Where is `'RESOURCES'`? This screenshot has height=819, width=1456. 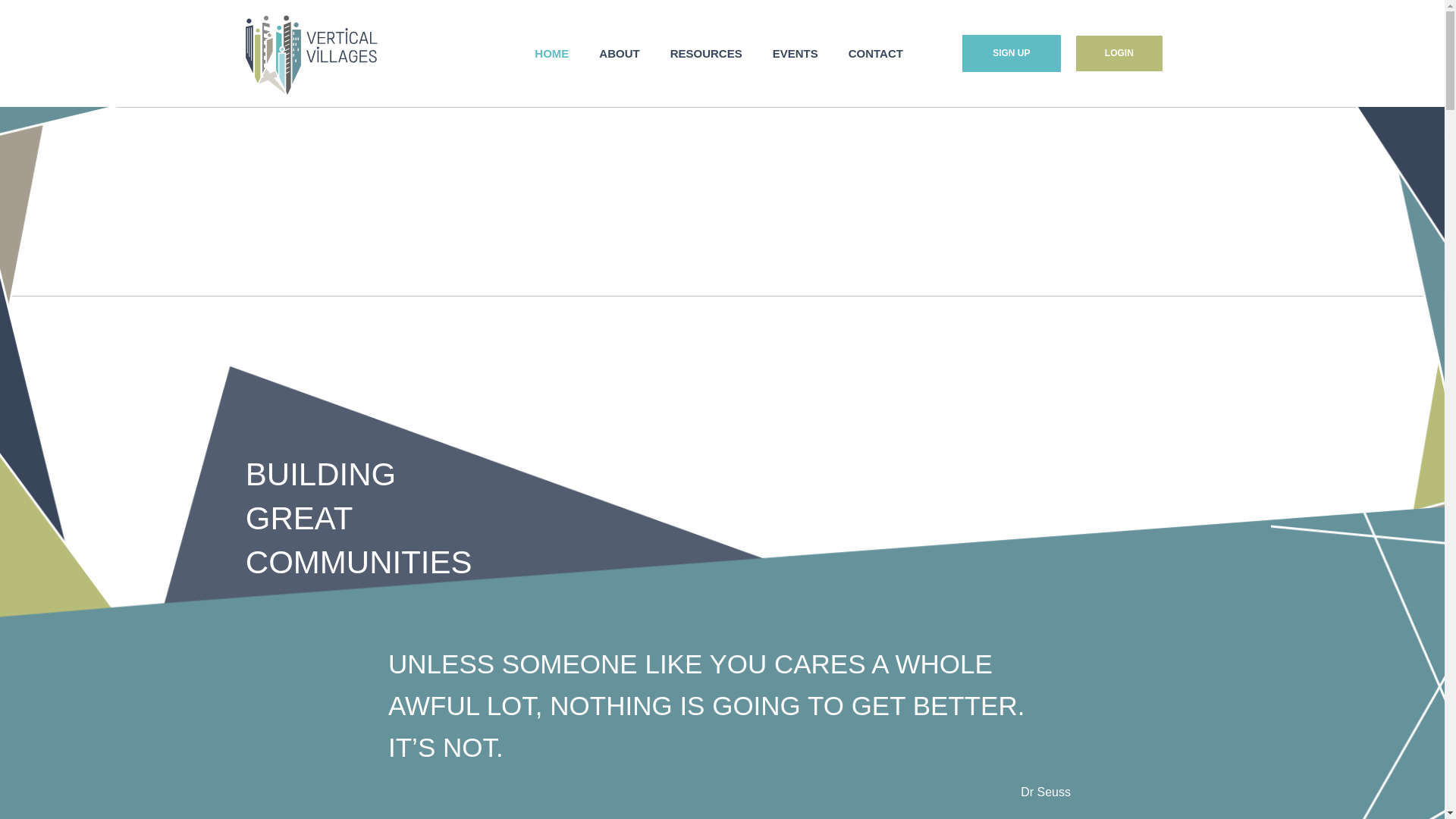
'RESOURCES' is located at coordinates (705, 52).